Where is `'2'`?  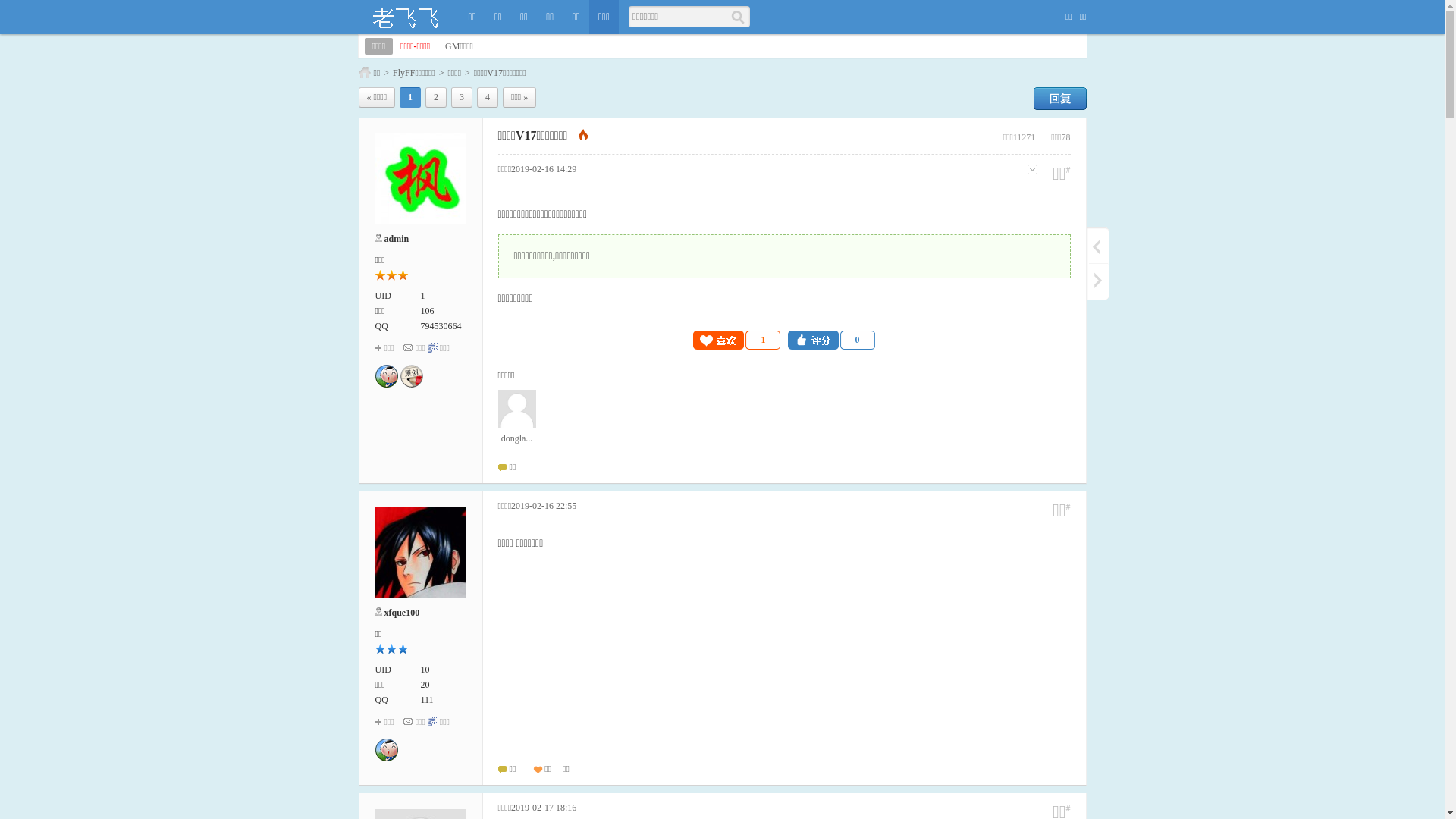 '2' is located at coordinates (435, 97).